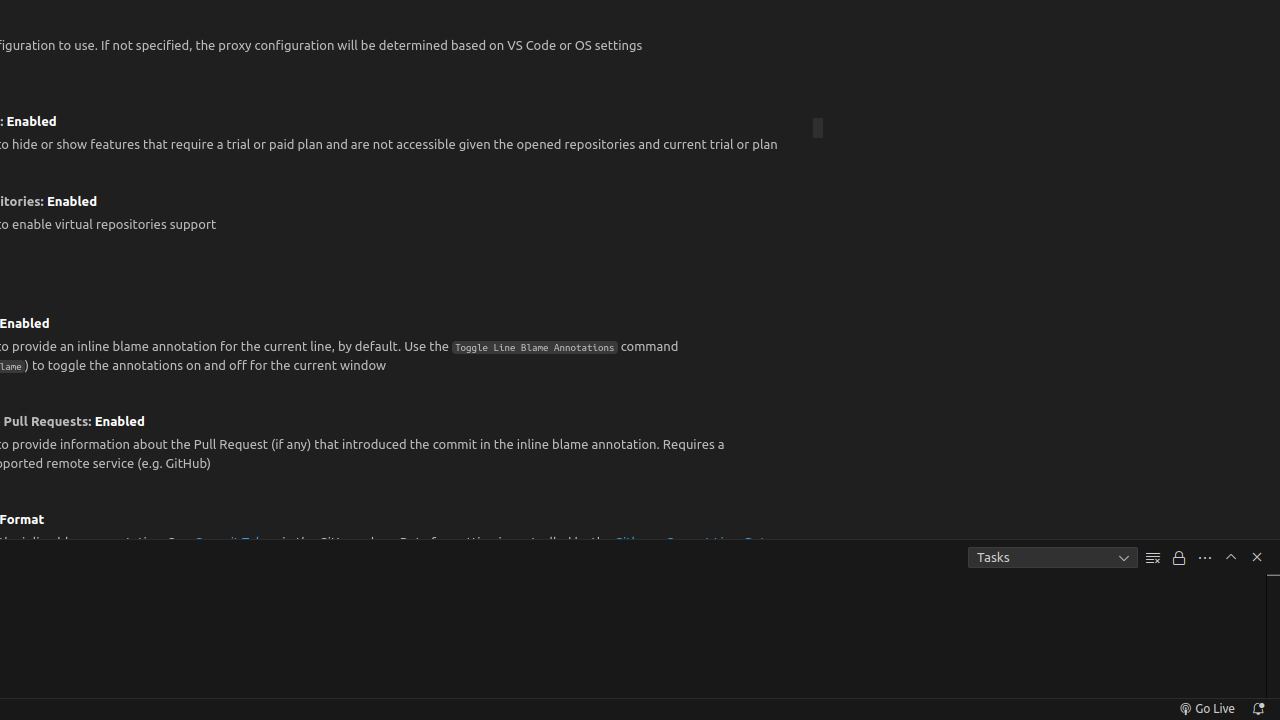 The image size is (1280, 720). I want to click on 'Hide Panel', so click(1255, 556).